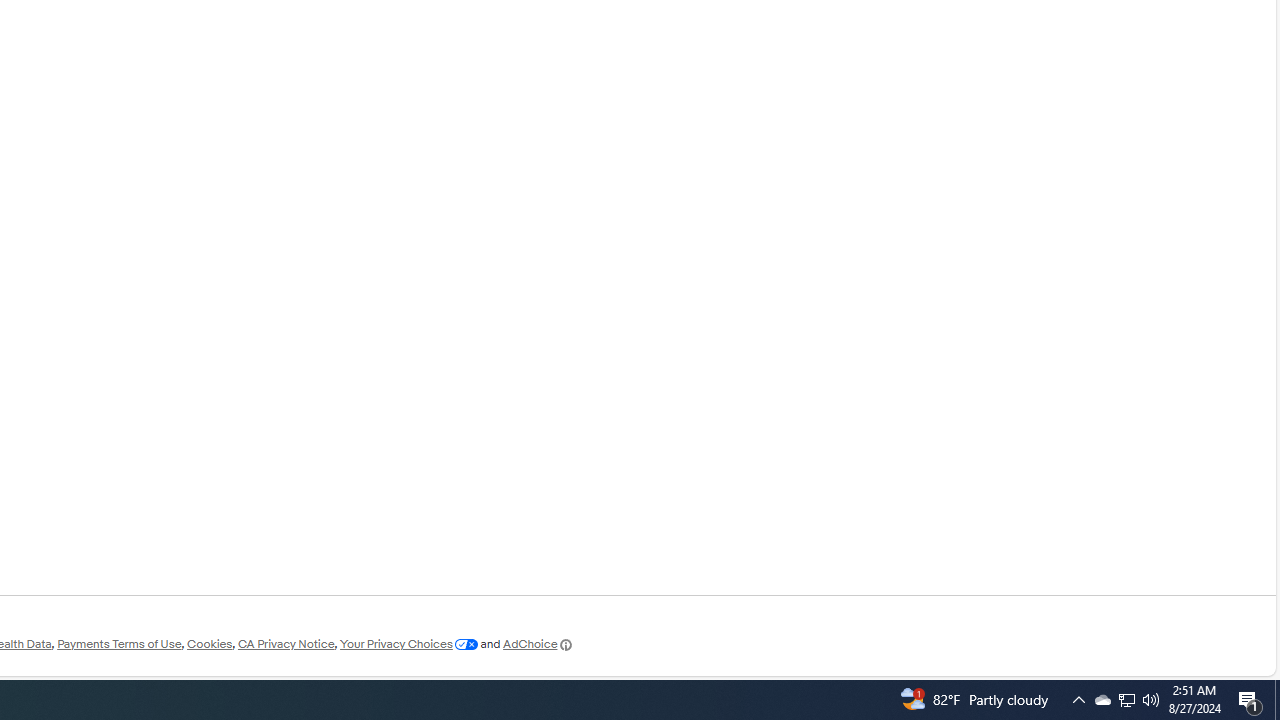  I want to click on 'Your Privacy Choices', so click(407, 644).